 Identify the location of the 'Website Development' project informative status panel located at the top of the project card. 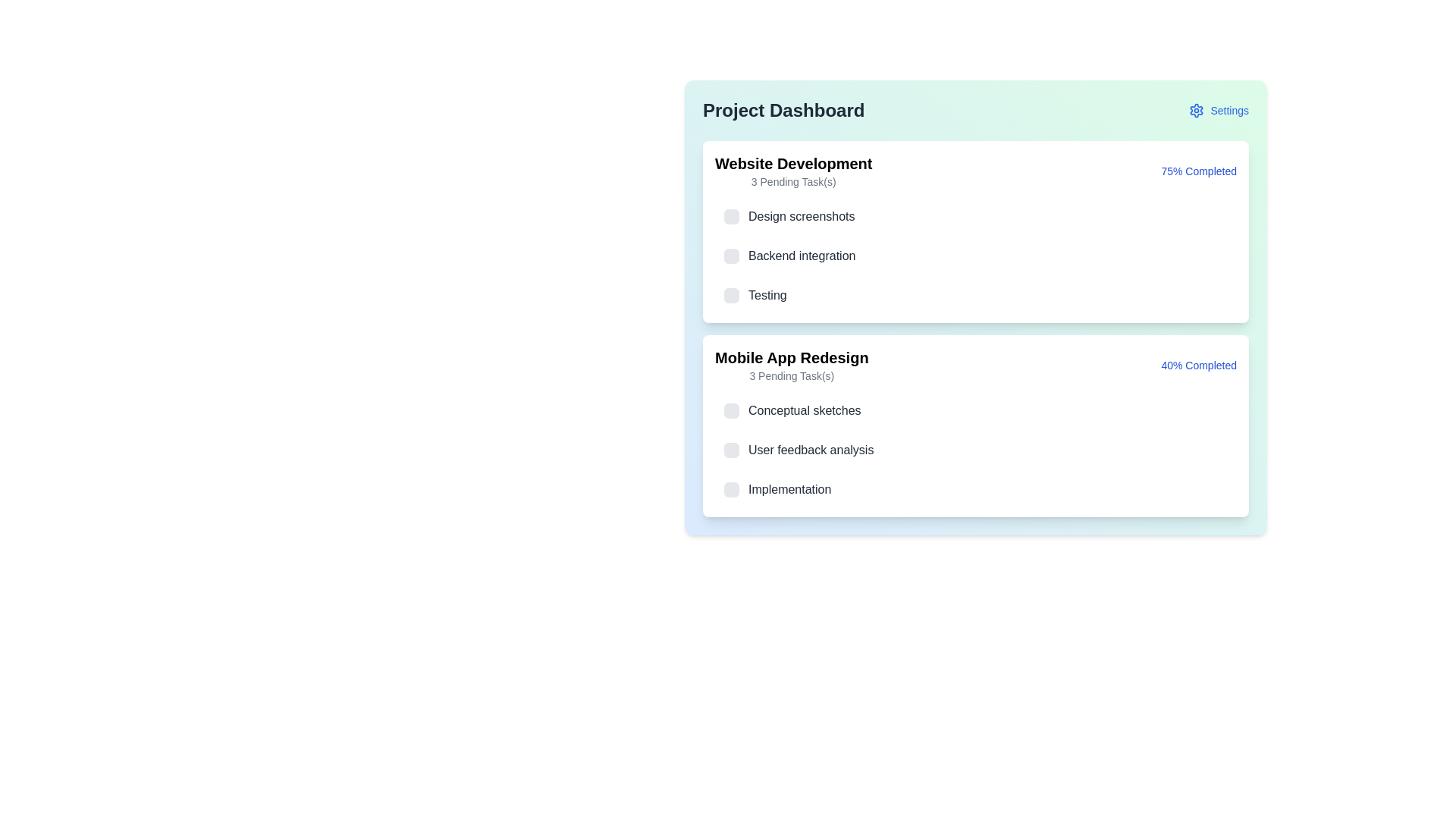
(975, 171).